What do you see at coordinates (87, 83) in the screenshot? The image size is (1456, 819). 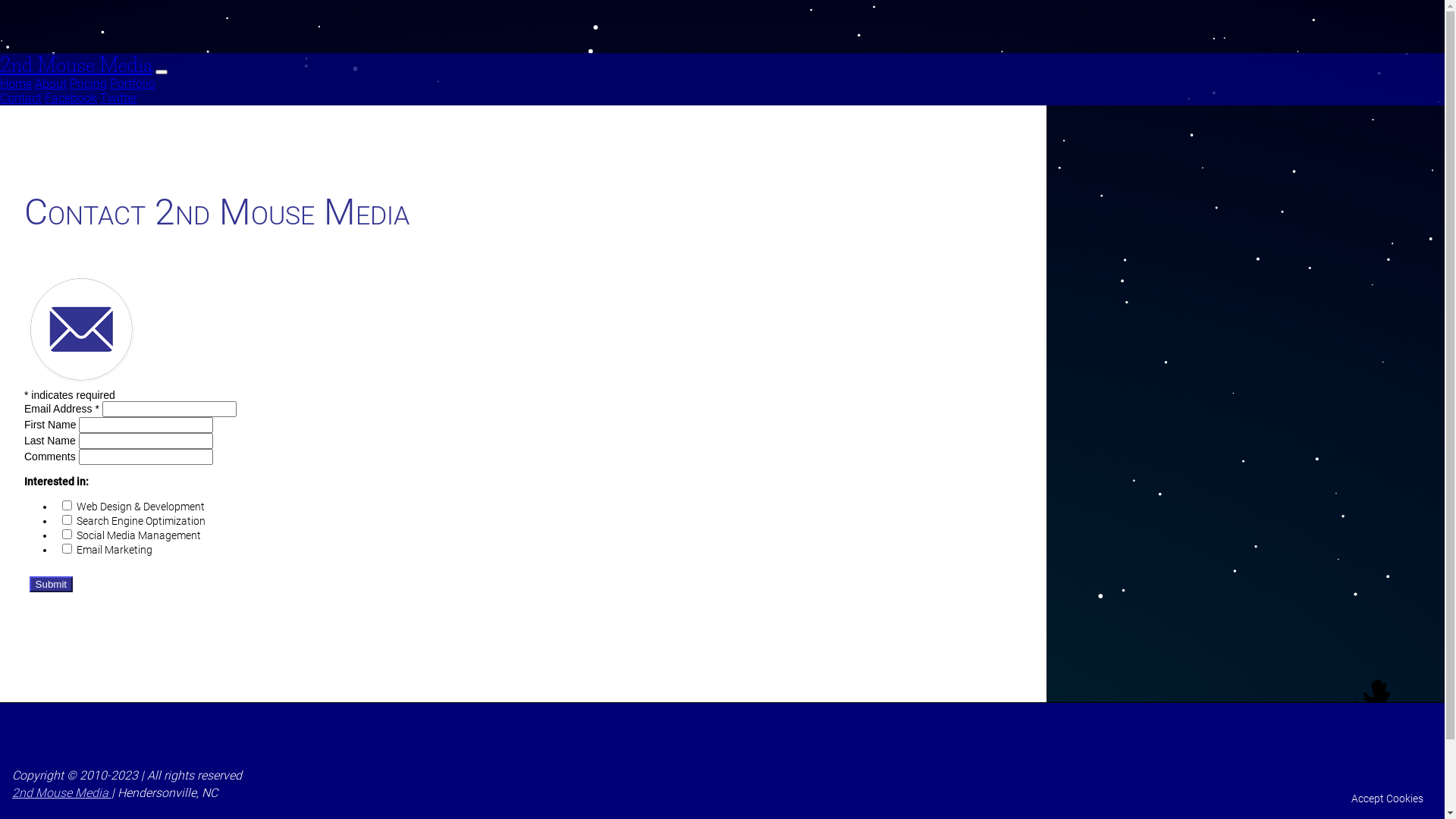 I see `'Pricing'` at bounding box center [87, 83].